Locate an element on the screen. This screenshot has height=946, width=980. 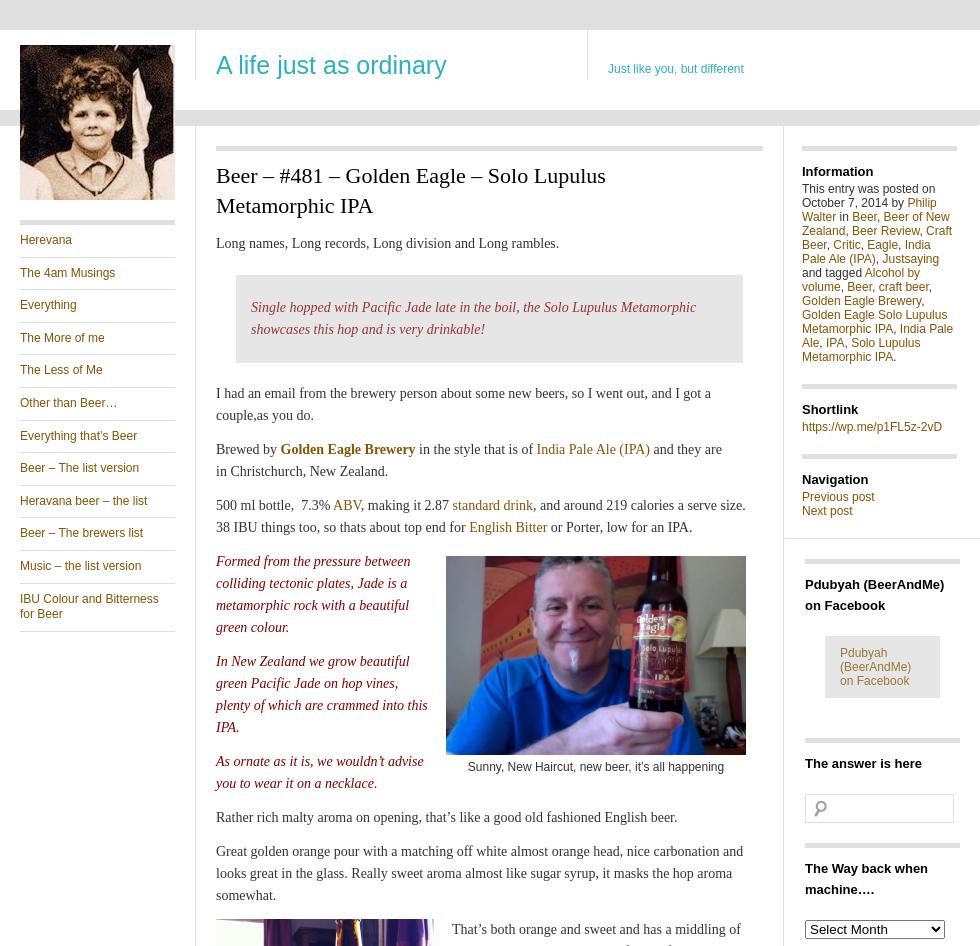
'Everything' is located at coordinates (48, 303).